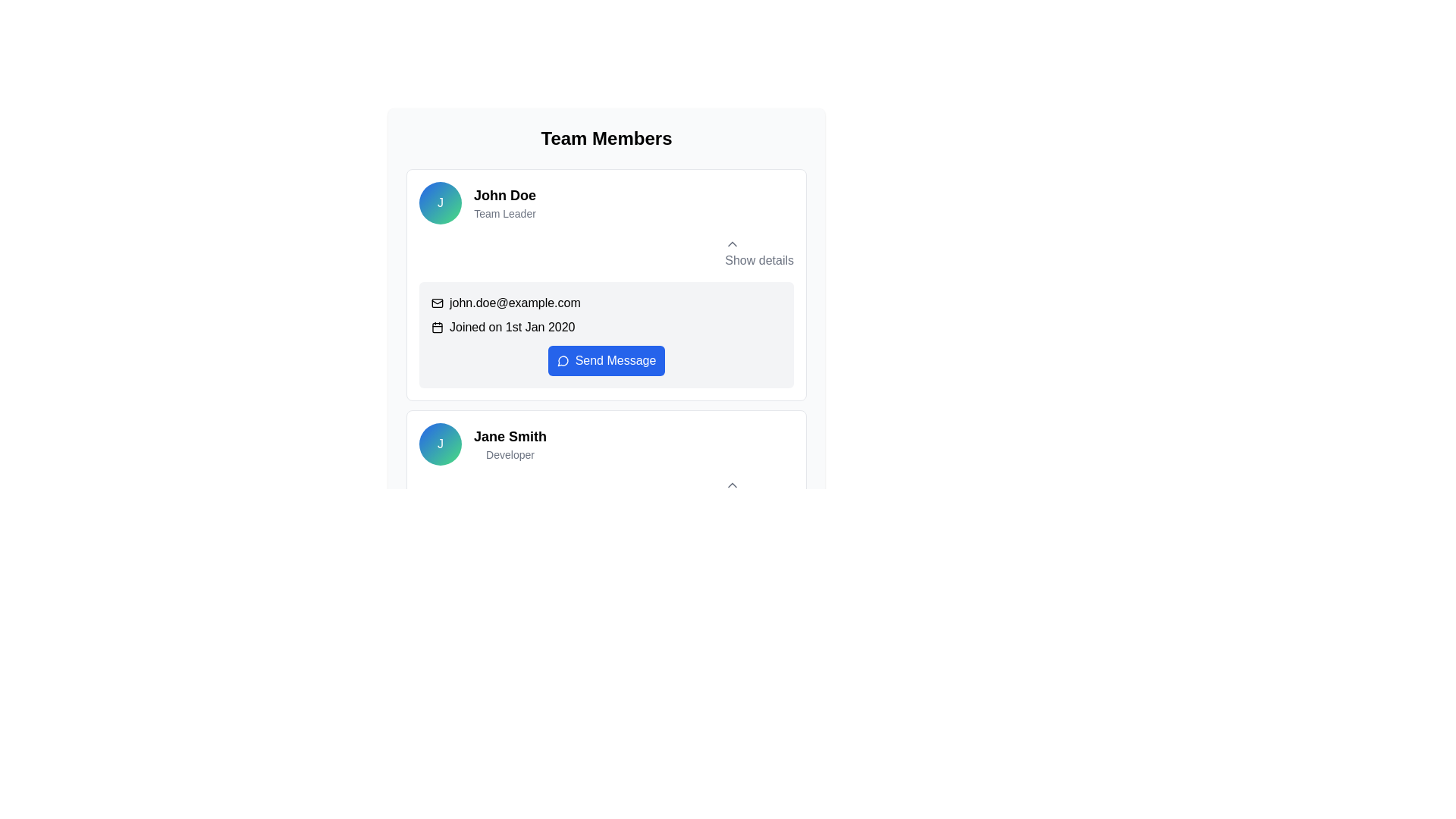  Describe the element at coordinates (436, 327) in the screenshot. I see `the small calendar icon located to the left of the text 'Joined on 1st Jan 2020', which has a thin black outline design` at that location.